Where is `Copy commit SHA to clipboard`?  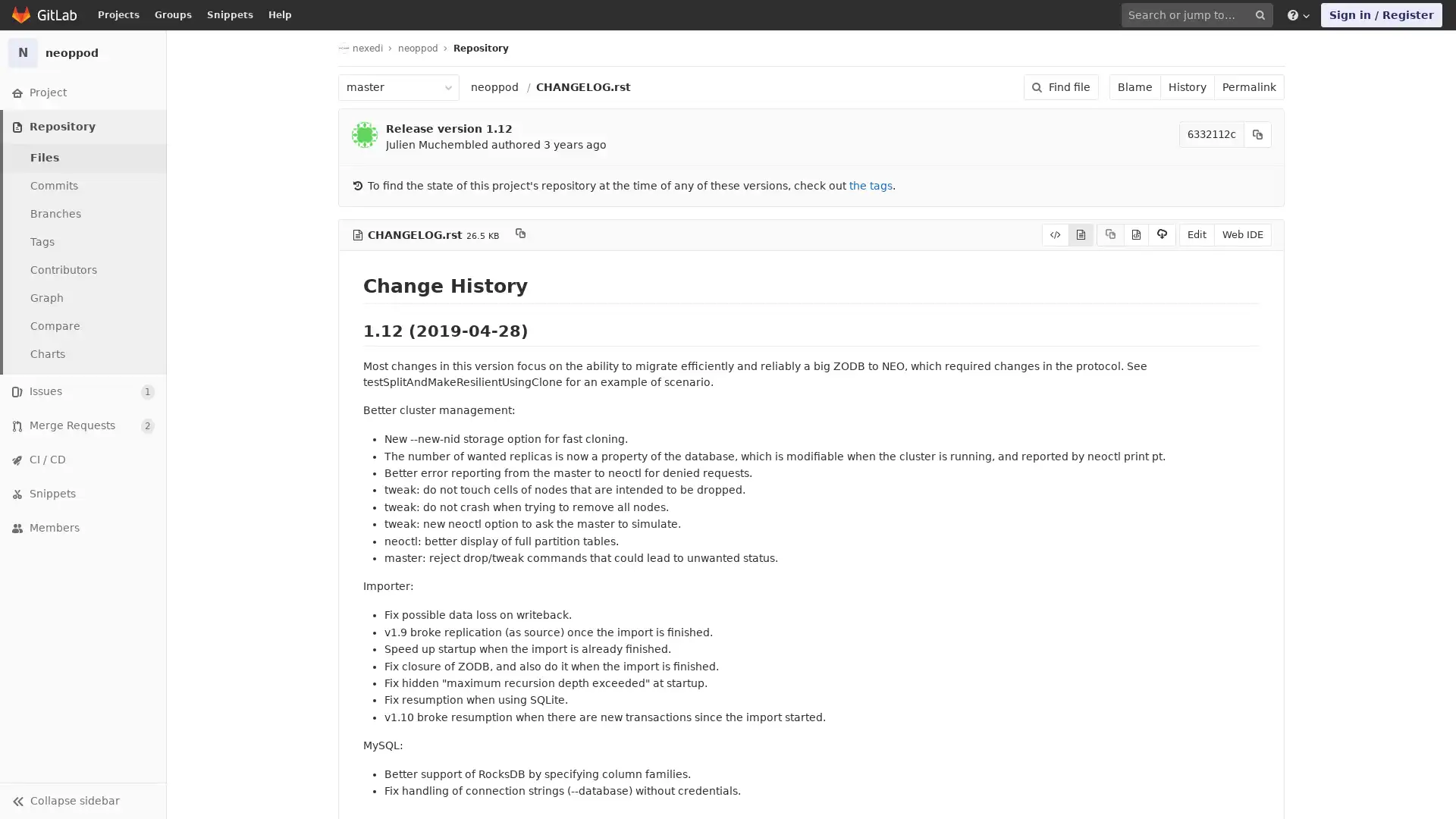 Copy commit SHA to clipboard is located at coordinates (1258, 133).